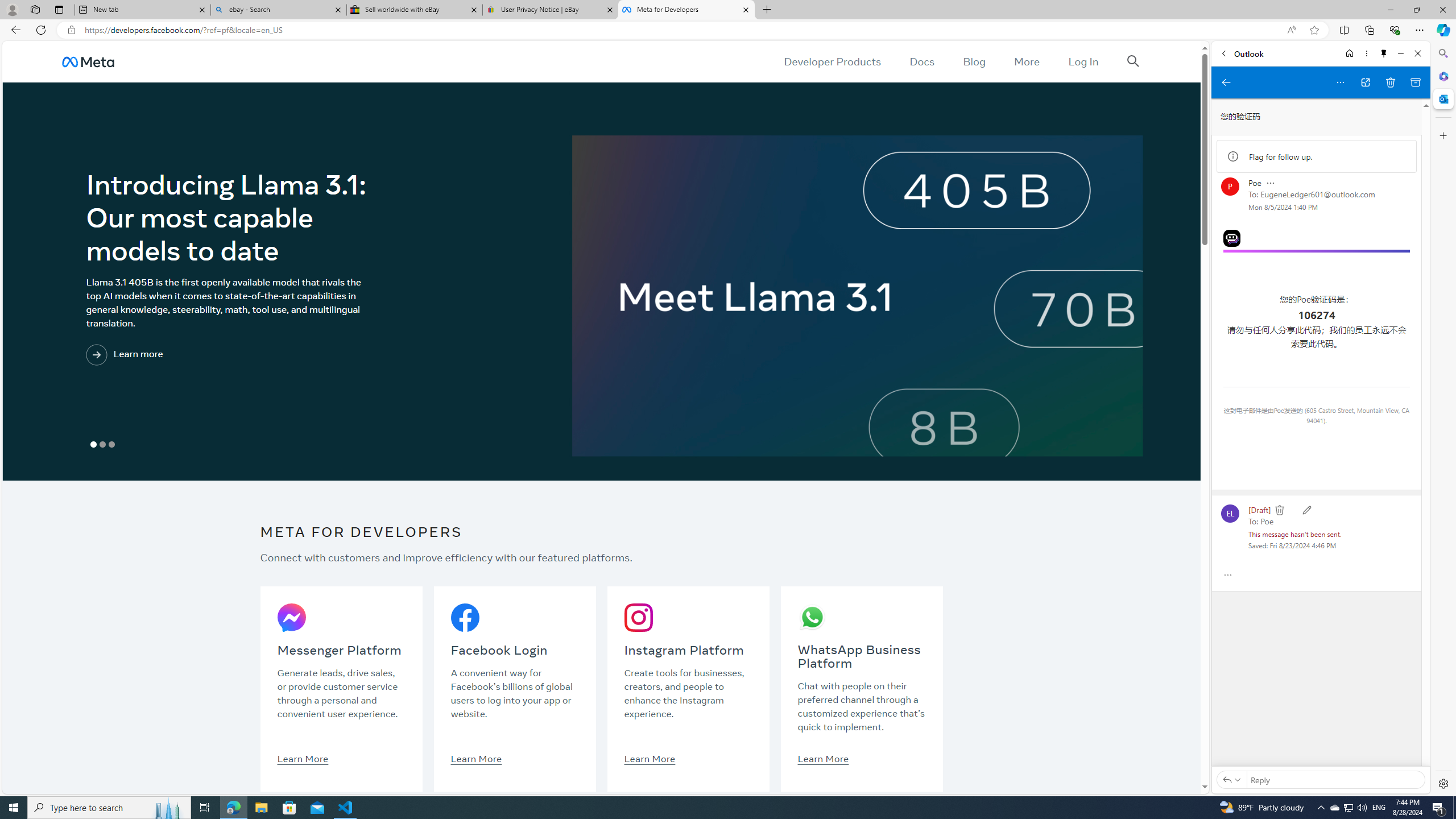 Image resolution: width=1456 pixels, height=819 pixels. What do you see at coordinates (1282, 206) in the screenshot?
I see `'Received on Mon 8/5/2024 1:40 PM'` at bounding box center [1282, 206].